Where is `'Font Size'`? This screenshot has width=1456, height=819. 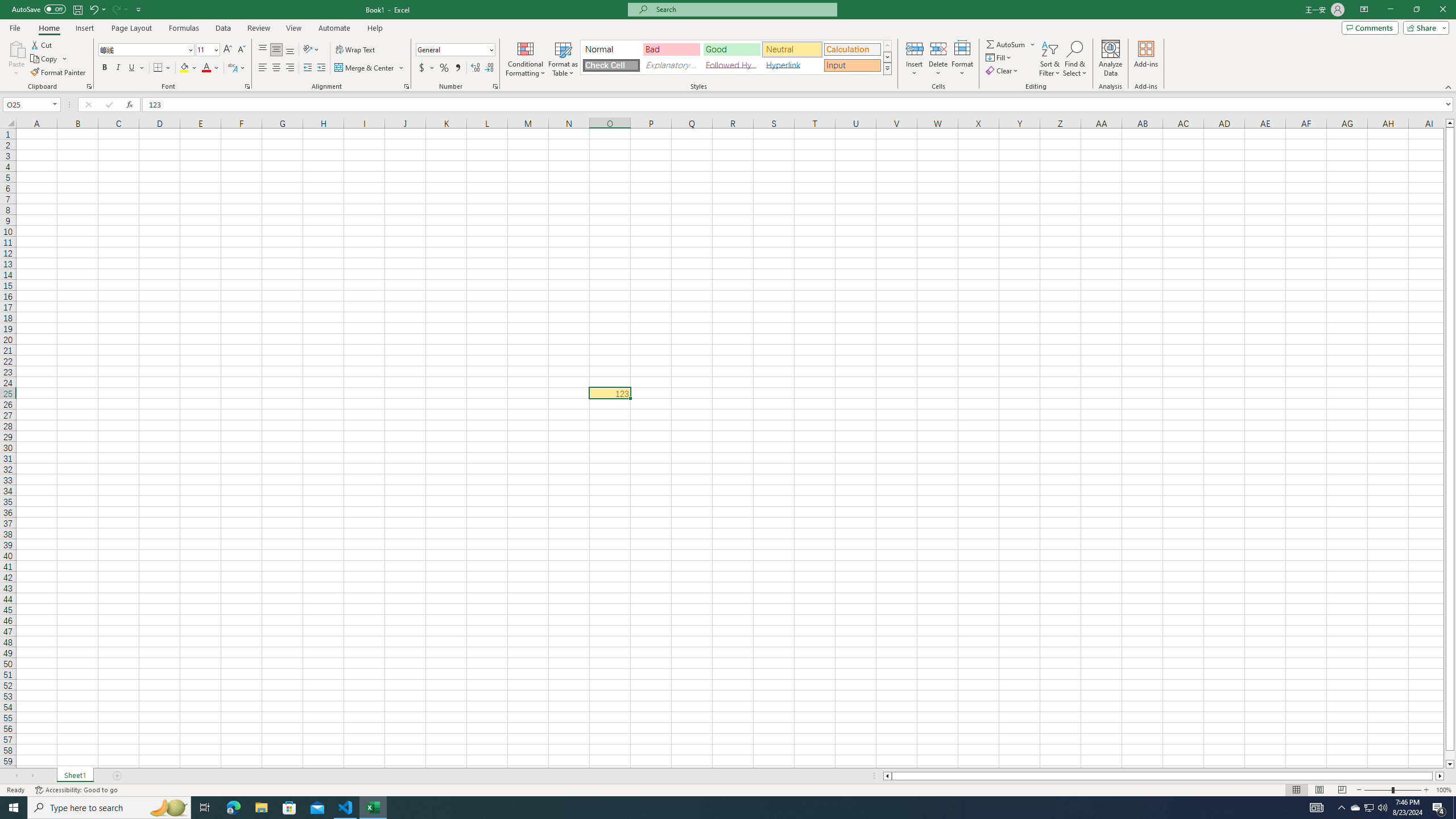 'Font Size' is located at coordinates (206, 49).